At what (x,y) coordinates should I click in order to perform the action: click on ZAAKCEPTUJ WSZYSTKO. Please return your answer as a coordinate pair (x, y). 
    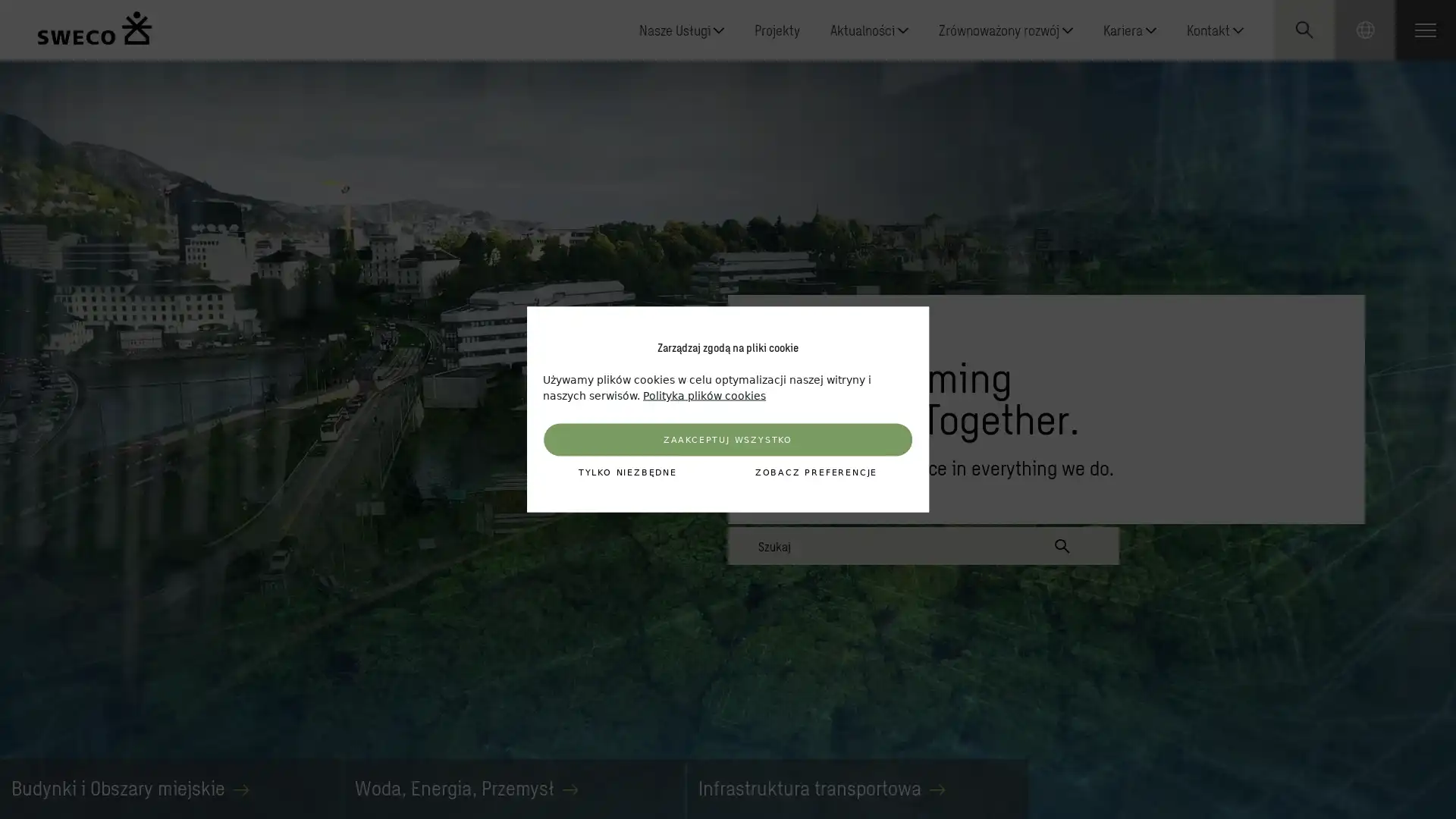
    Looking at the image, I should click on (726, 439).